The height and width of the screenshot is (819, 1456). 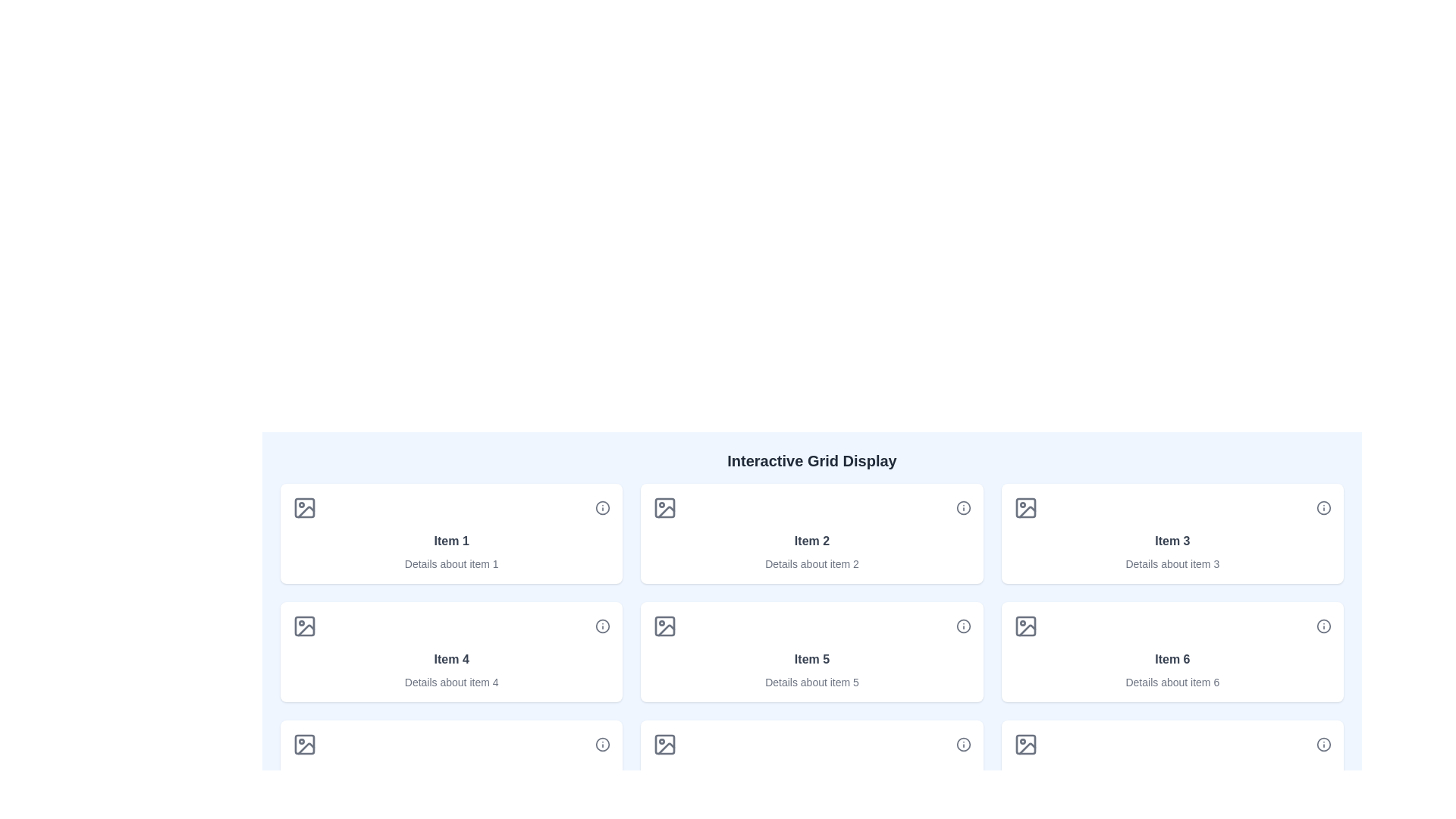 What do you see at coordinates (450, 669) in the screenshot?
I see `displayed text from the Text display module that shows the title 'Item 4' and its description 'Details about item 4', which is located in the second row and first column of the grid layout` at bounding box center [450, 669].